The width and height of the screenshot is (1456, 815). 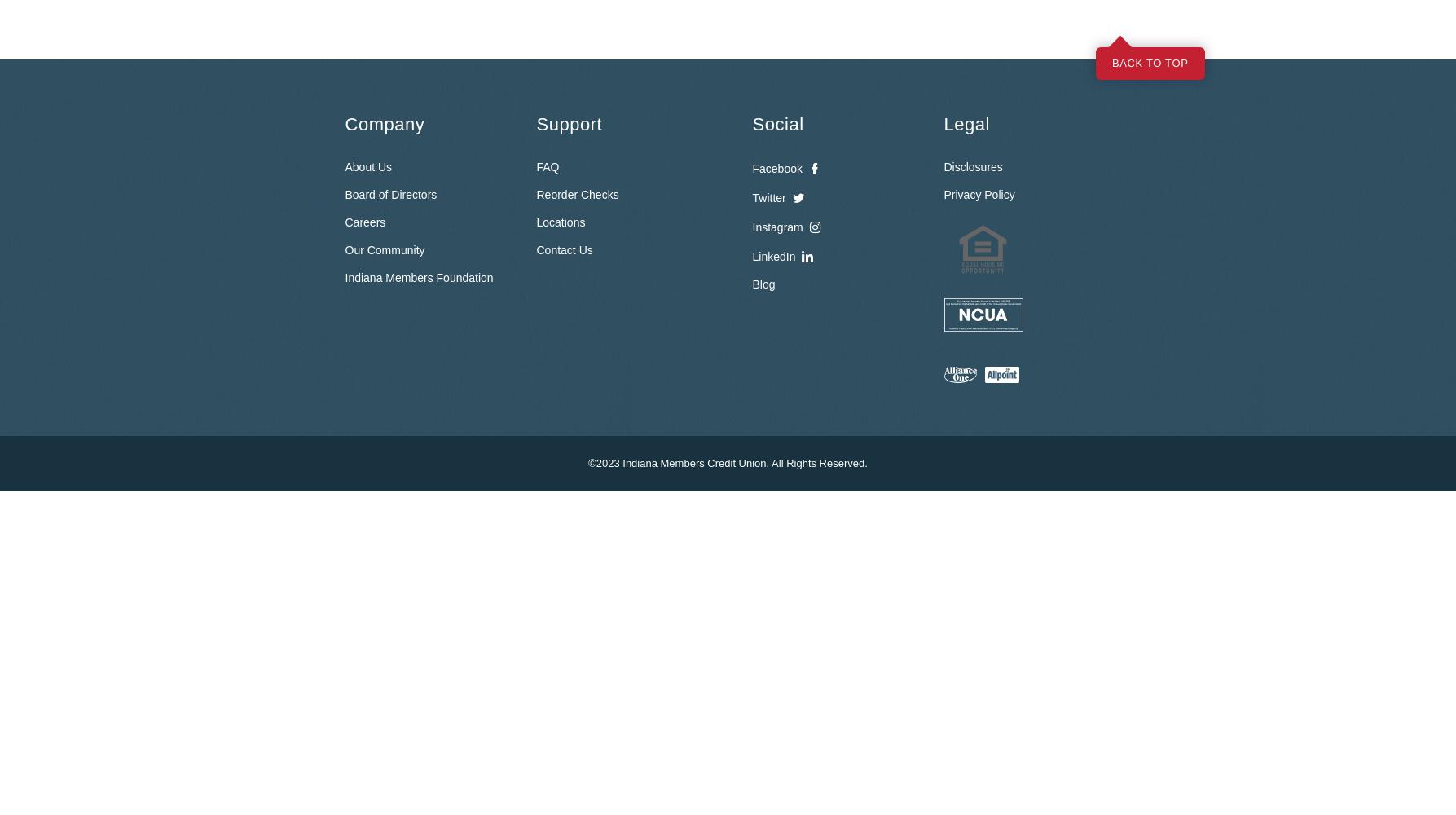 What do you see at coordinates (776, 227) in the screenshot?
I see `'Instagram'` at bounding box center [776, 227].